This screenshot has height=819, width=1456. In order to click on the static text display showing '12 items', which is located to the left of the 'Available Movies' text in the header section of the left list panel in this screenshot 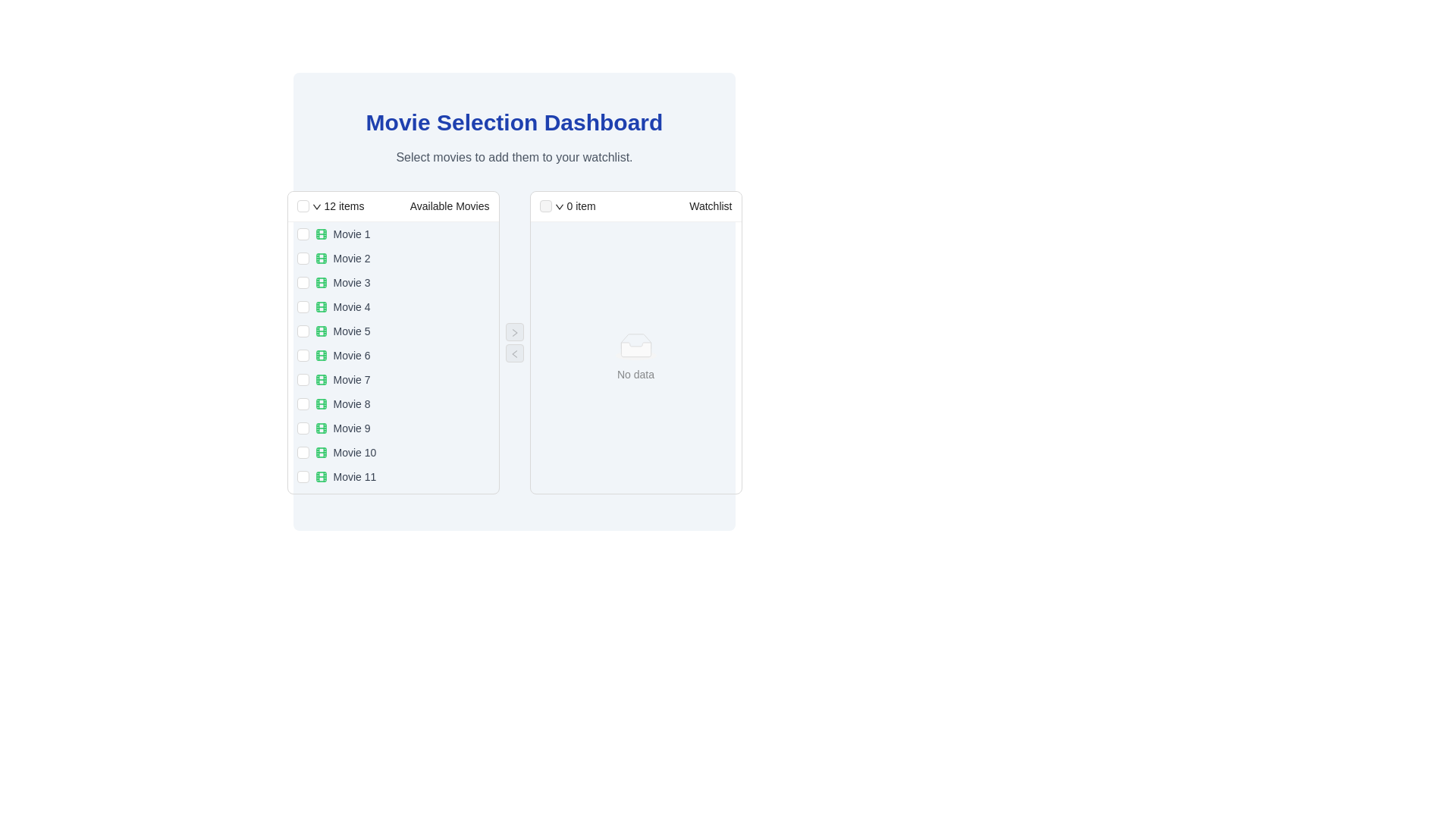, I will do `click(343, 206)`.